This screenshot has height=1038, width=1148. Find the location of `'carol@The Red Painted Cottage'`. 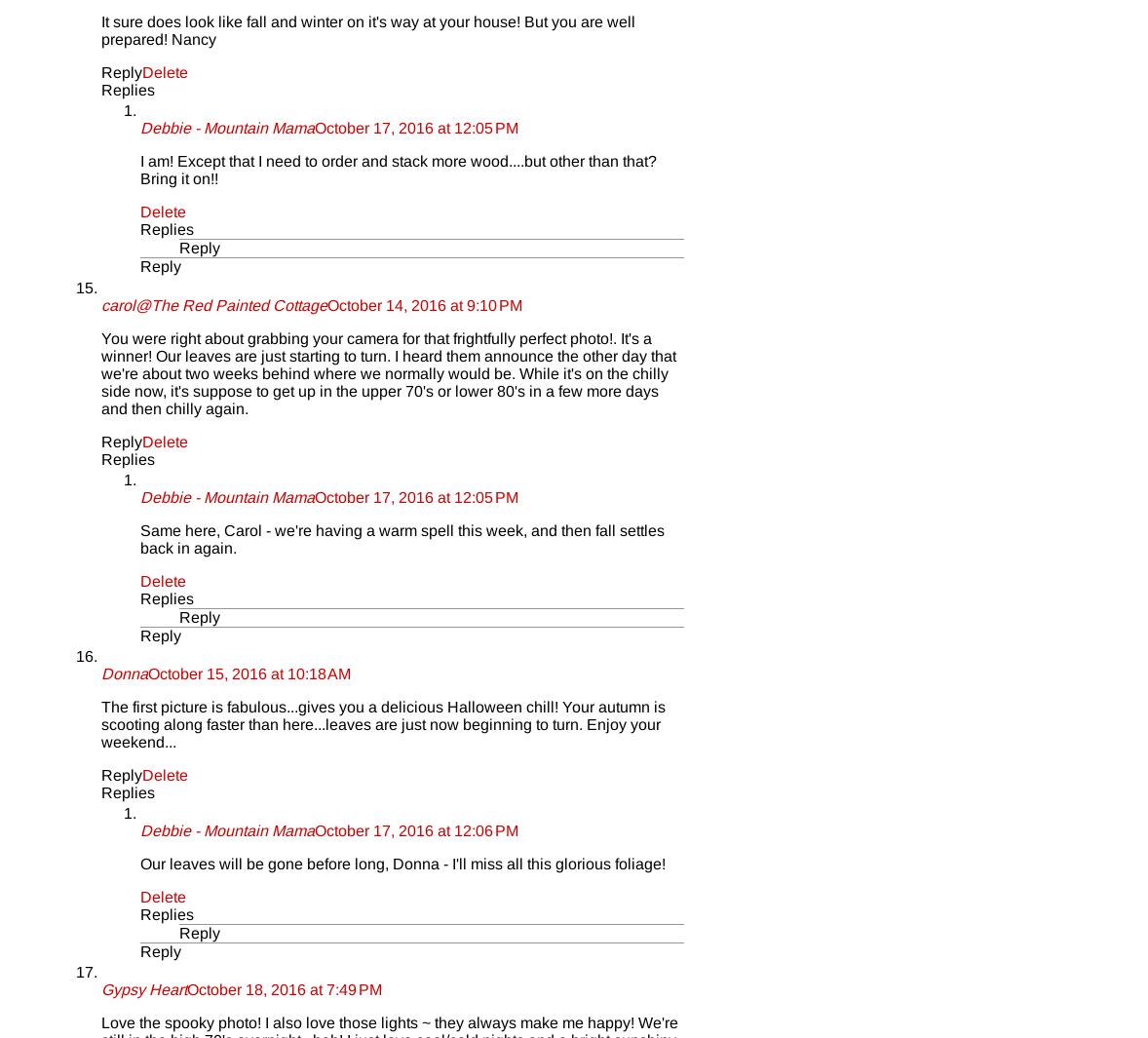

'carol@The Red Painted Cottage' is located at coordinates (213, 303).